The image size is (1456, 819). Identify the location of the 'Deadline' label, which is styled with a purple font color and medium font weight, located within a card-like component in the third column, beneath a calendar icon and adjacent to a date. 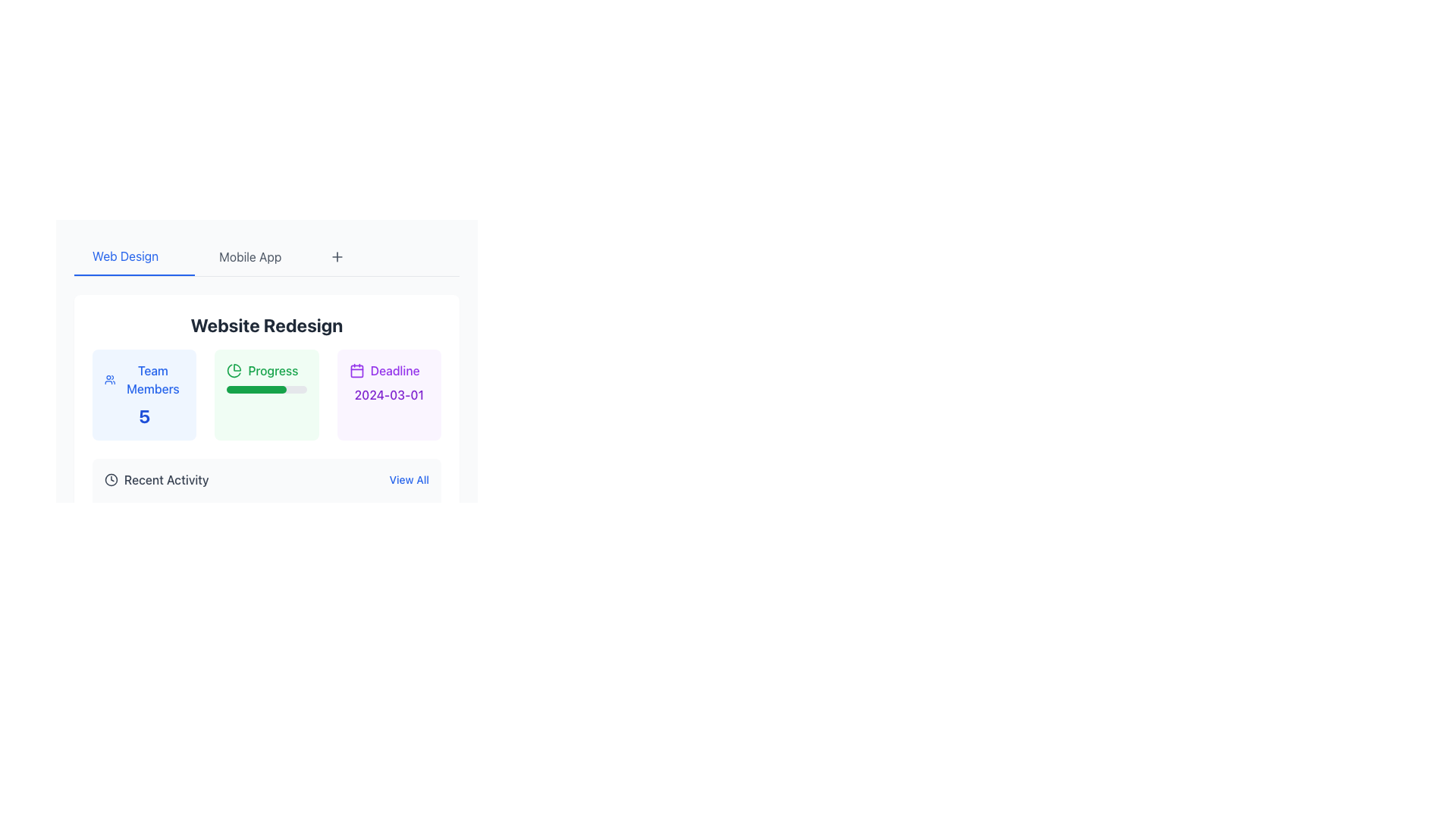
(395, 371).